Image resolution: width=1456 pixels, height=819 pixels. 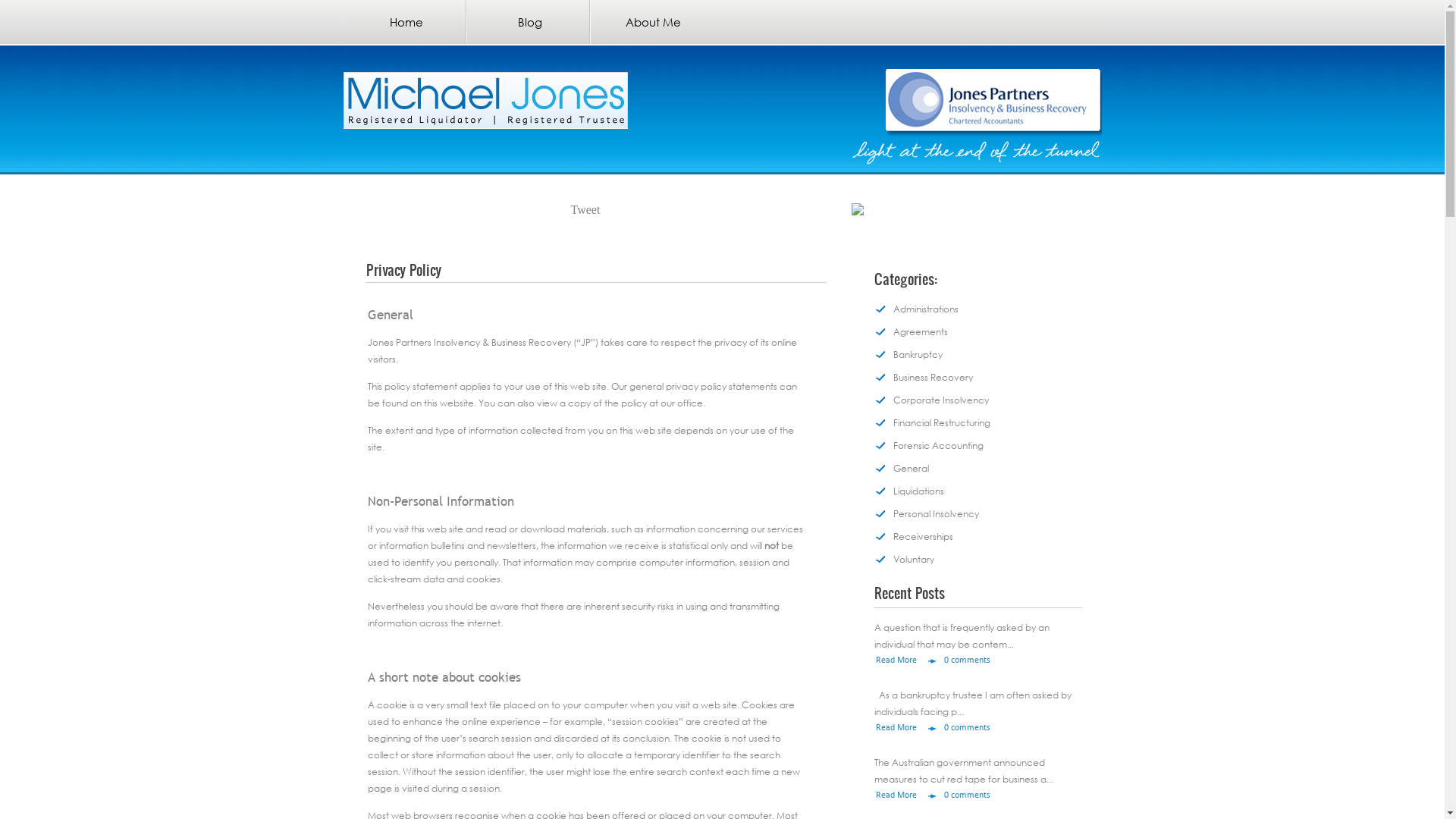 What do you see at coordinates (403, 273) in the screenshot?
I see `'Privacy Policy'` at bounding box center [403, 273].